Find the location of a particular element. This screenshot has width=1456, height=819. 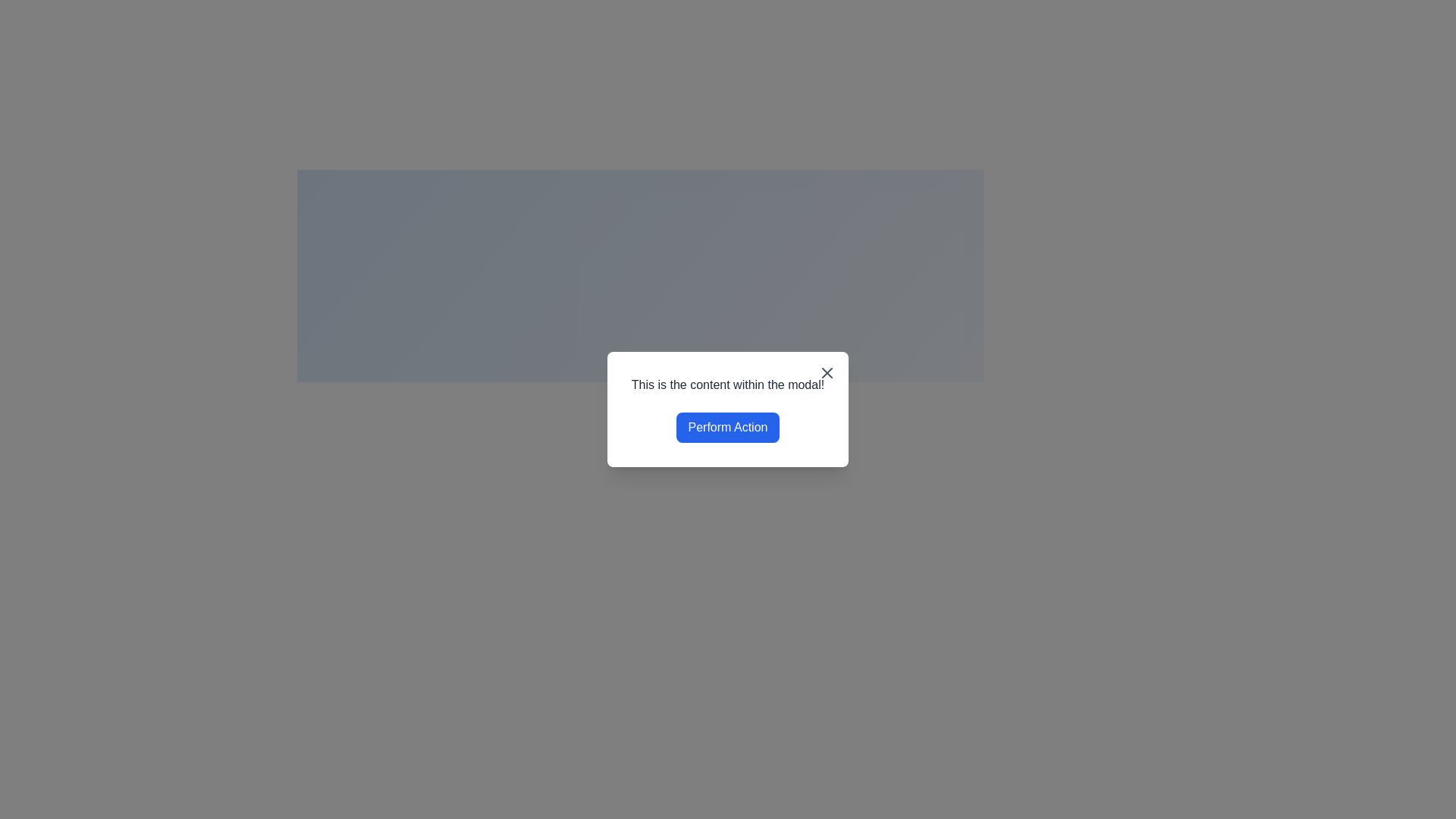

the close button located at the top-right corner of the modal is located at coordinates (827, 373).